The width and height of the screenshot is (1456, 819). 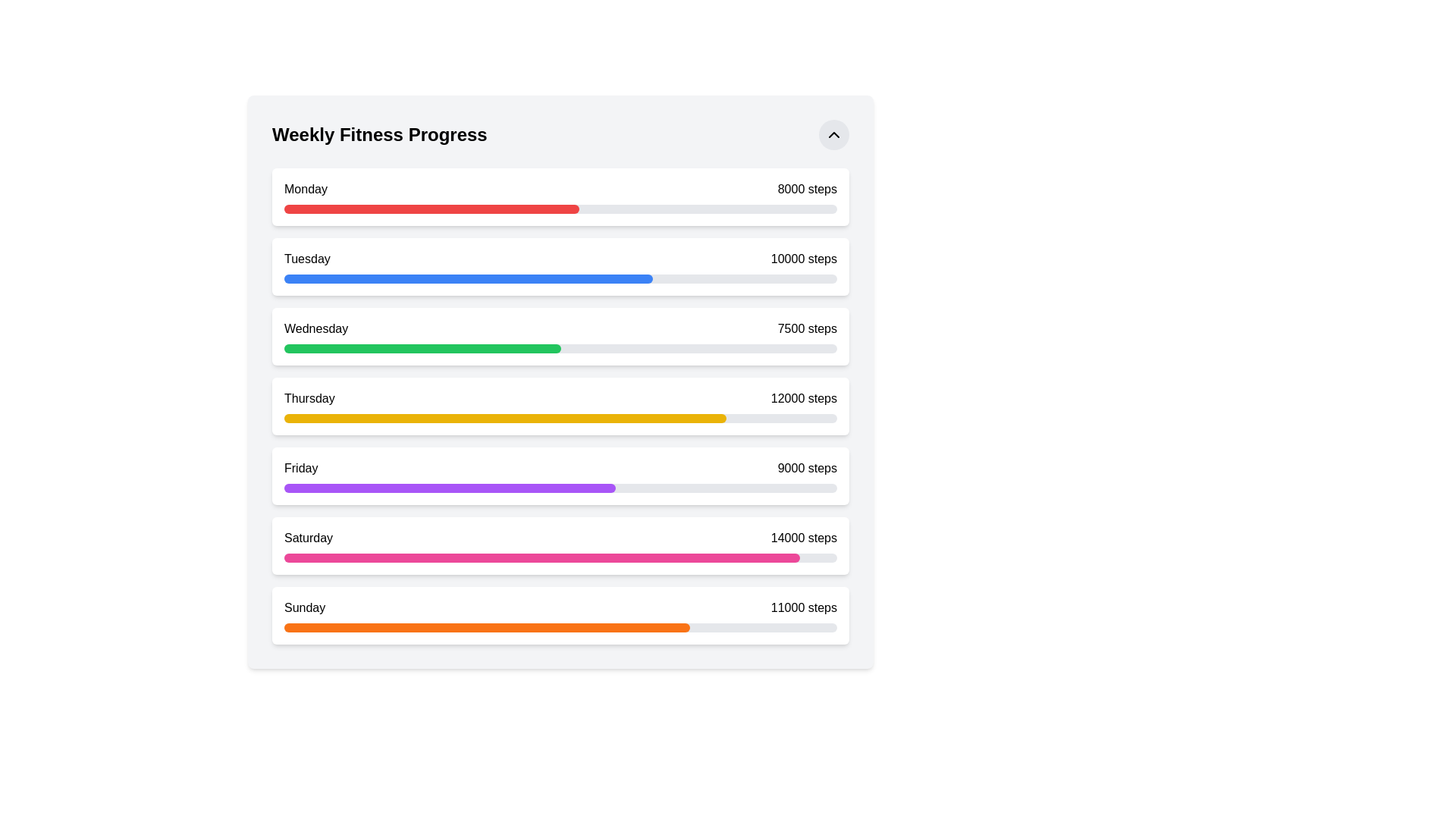 I want to click on the text within the text label displaying '9000 steps' located to the right of the 'Friday' label in the fitness tracker interface, so click(x=806, y=467).